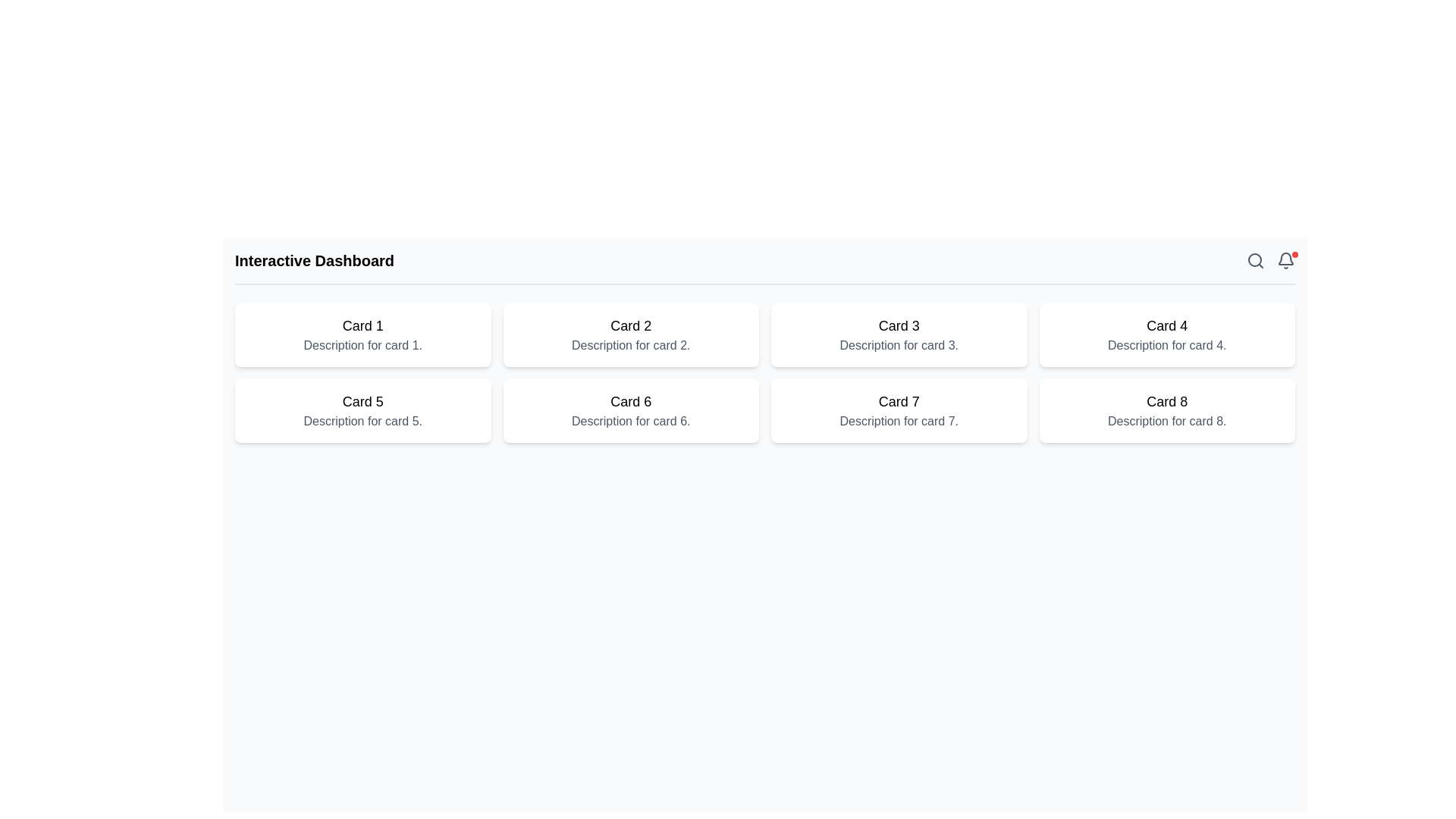 The width and height of the screenshot is (1456, 819). What do you see at coordinates (1166, 400) in the screenshot?
I see `the static text label reading 'Card 8', which is styled with a large and bold font and located at the top of the card in the second row, fourth column of the grid layout` at bounding box center [1166, 400].